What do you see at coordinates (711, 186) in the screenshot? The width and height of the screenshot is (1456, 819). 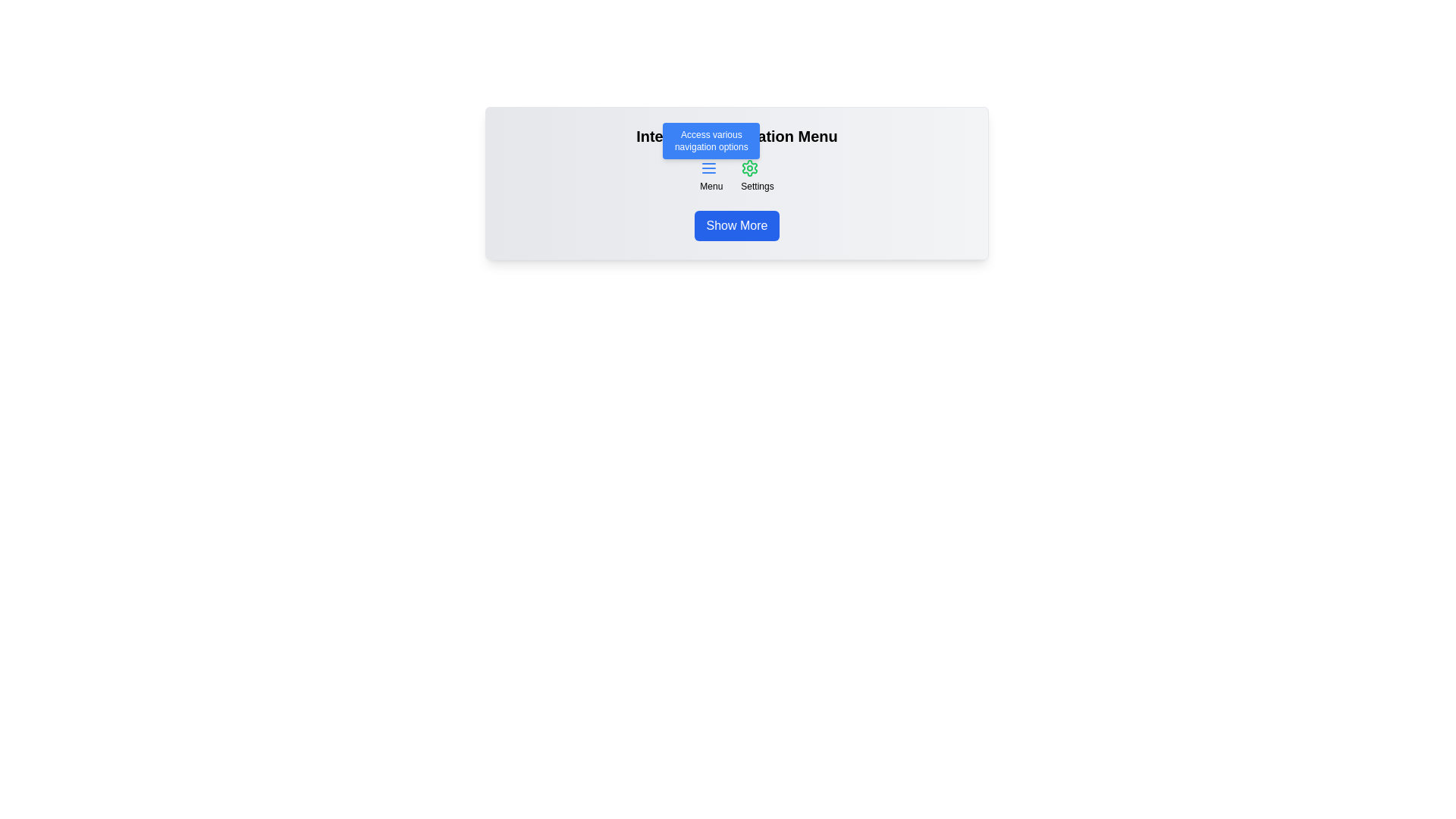 I see `'Menu' text label positioned just below the menu icon, styled with a small font size and centered alignment` at bounding box center [711, 186].